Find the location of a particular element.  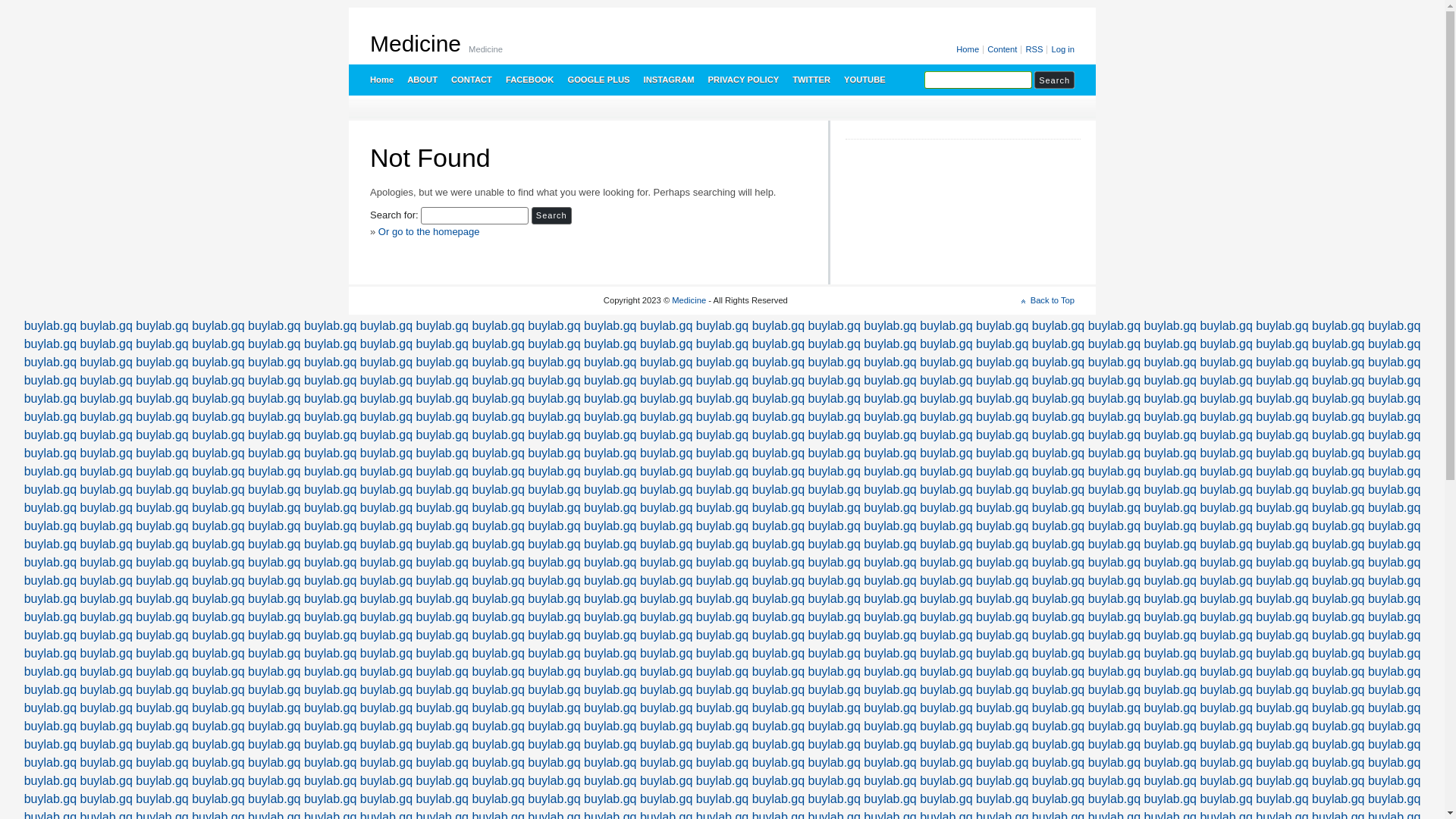

'YOUTUBE' is located at coordinates (864, 79).